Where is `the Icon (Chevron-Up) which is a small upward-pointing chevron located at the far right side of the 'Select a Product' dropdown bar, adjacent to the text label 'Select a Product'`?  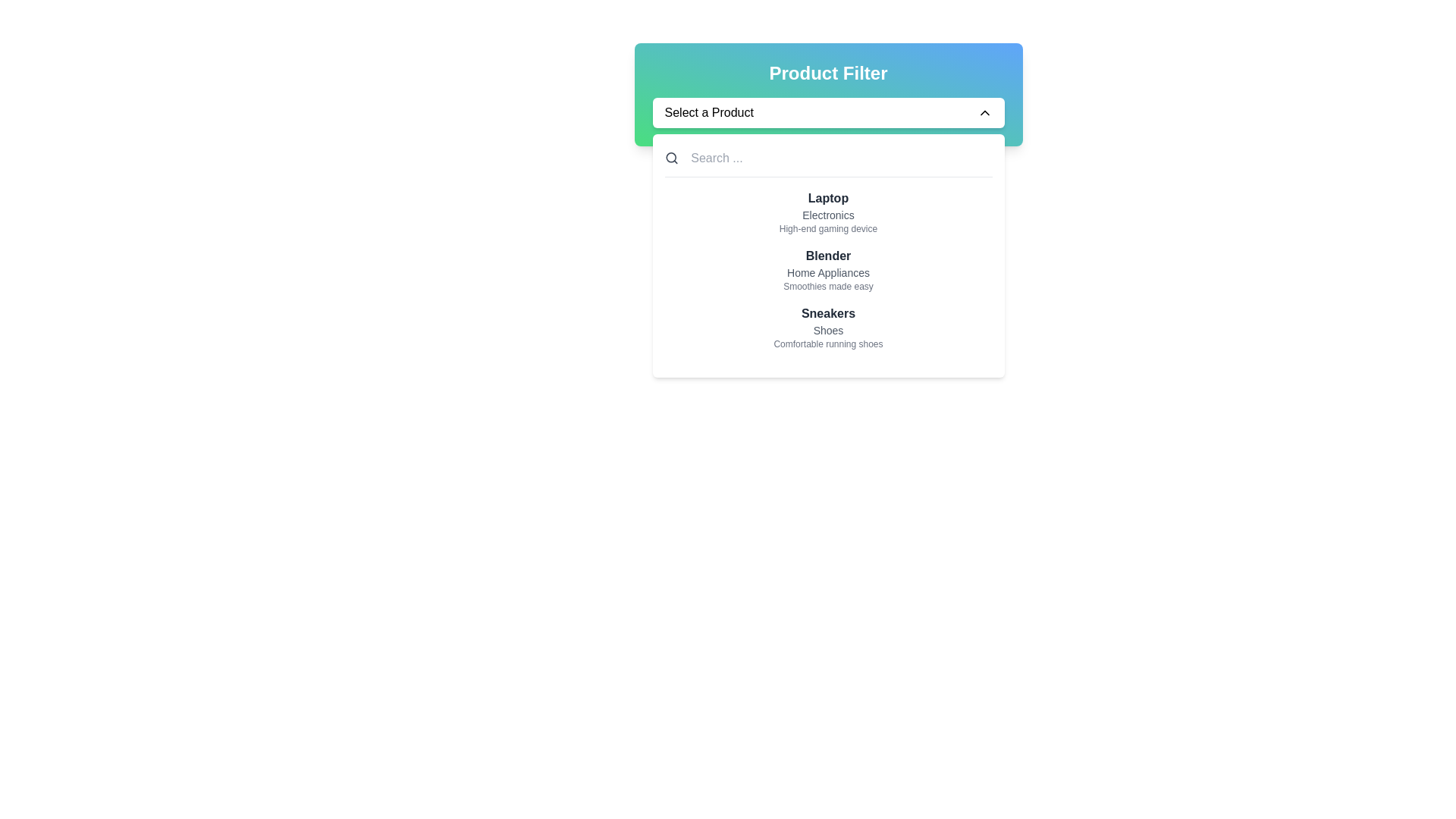
the Icon (Chevron-Up) which is a small upward-pointing chevron located at the far right side of the 'Select a Product' dropdown bar, adjacent to the text label 'Select a Product' is located at coordinates (984, 112).